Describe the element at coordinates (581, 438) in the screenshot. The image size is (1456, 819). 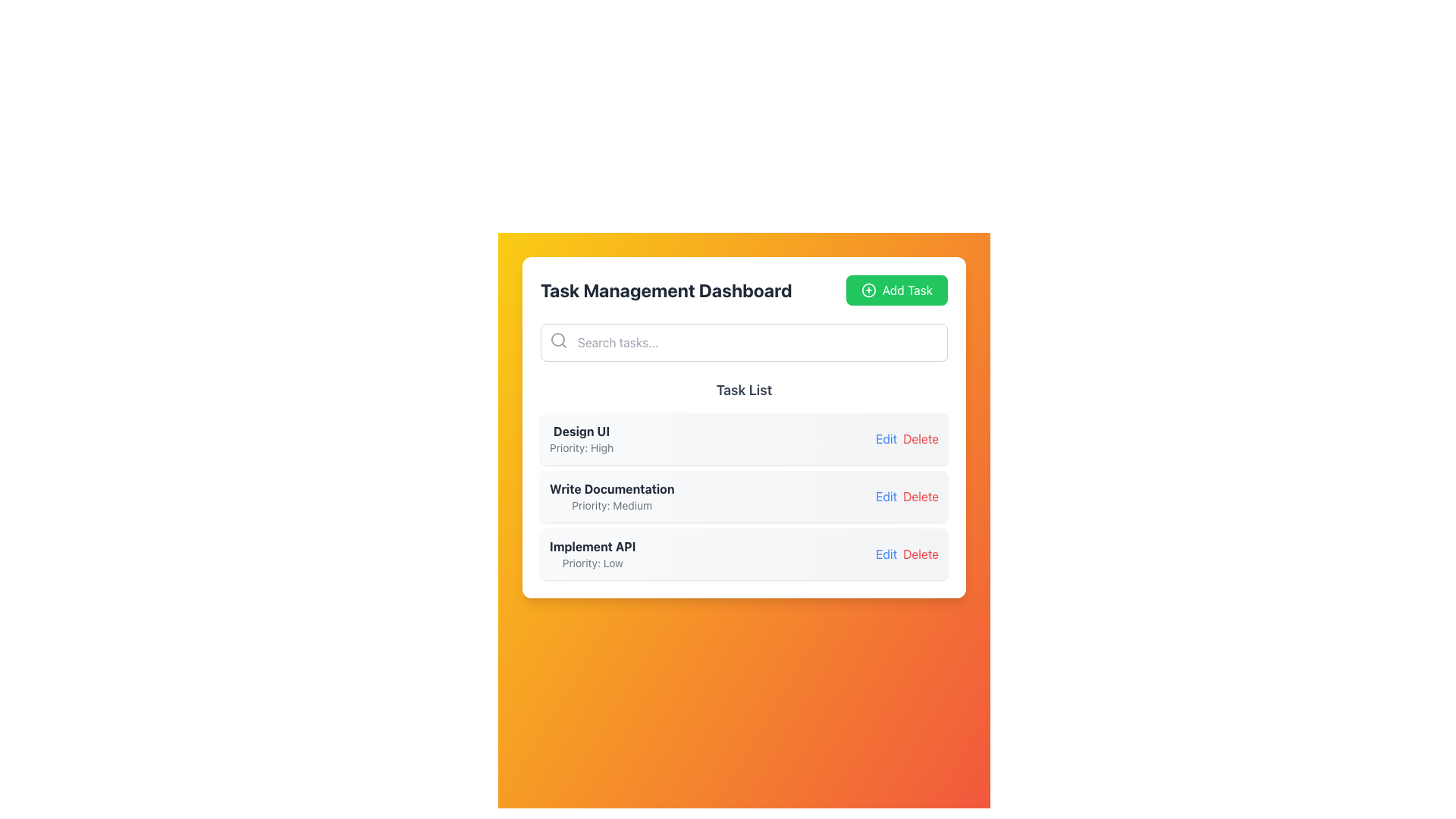
I see `the 'Design UI' text label, which displays task priority information` at that location.